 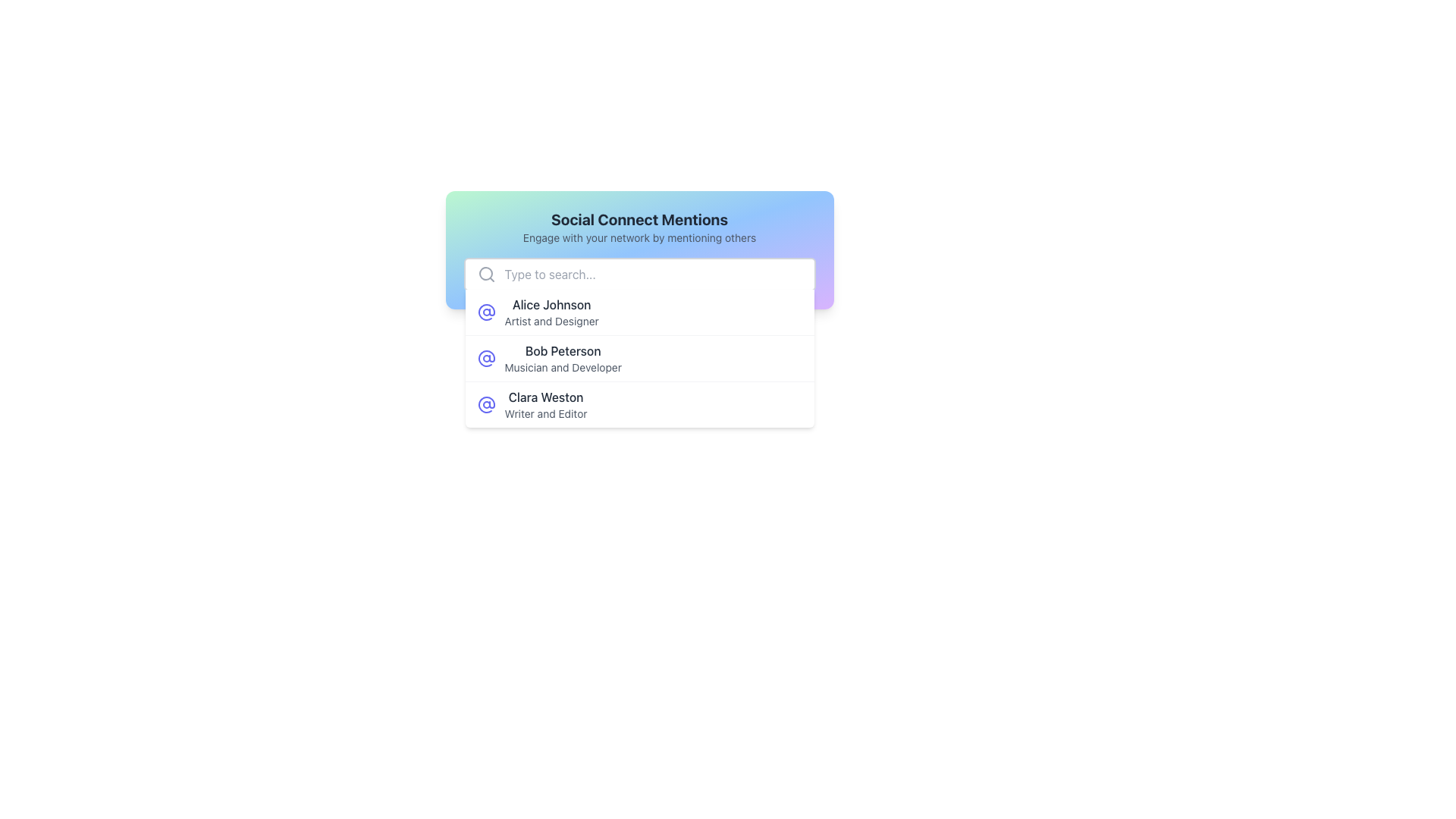 I want to click on the search bar interface located at the top of the list component, which features a magnifying glass icon and a placeholder text 'Type, so click(x=639, y=275).